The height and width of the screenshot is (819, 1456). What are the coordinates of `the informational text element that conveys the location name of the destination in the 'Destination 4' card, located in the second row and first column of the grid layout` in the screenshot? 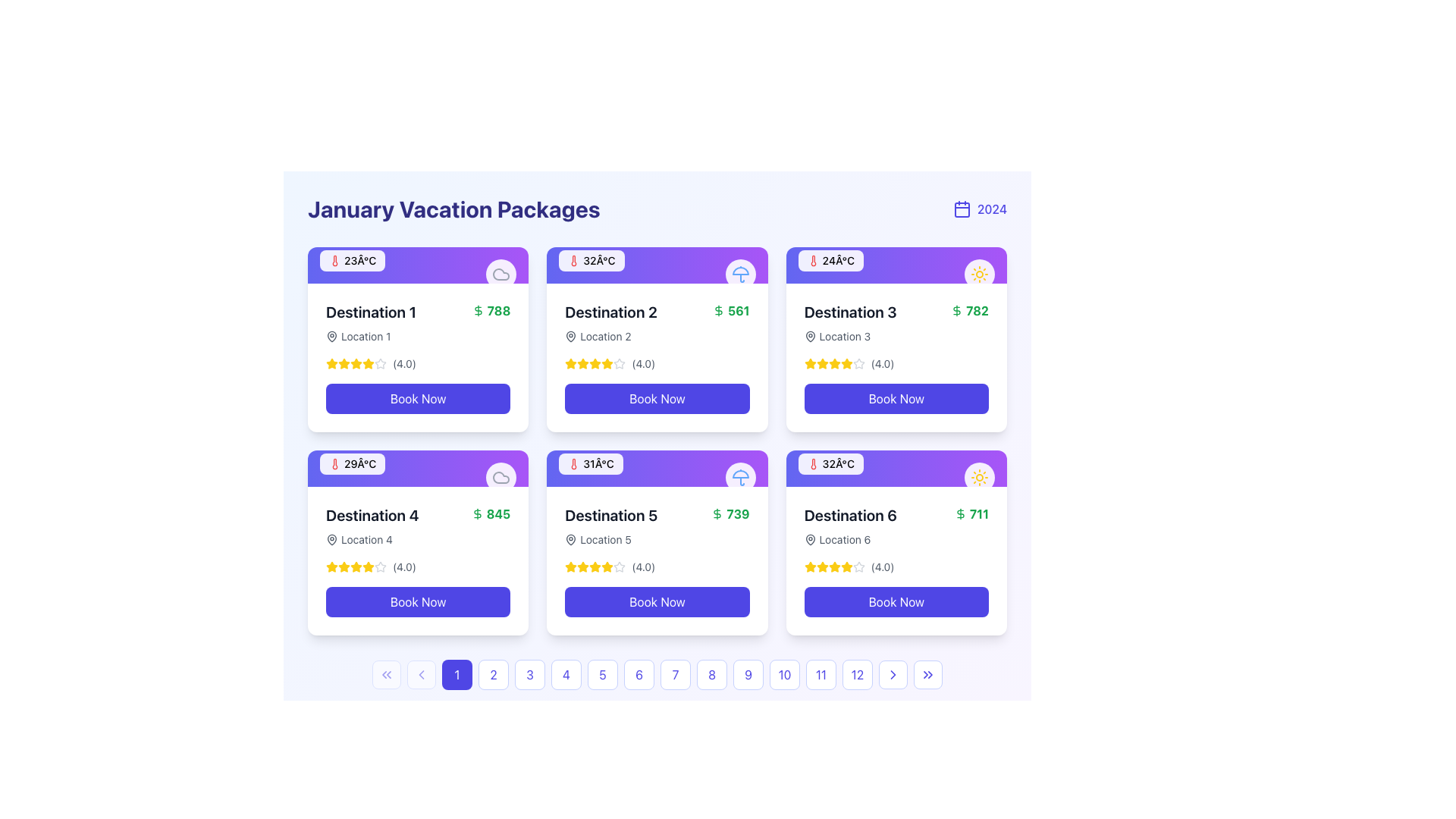 It's located at (372, 539).